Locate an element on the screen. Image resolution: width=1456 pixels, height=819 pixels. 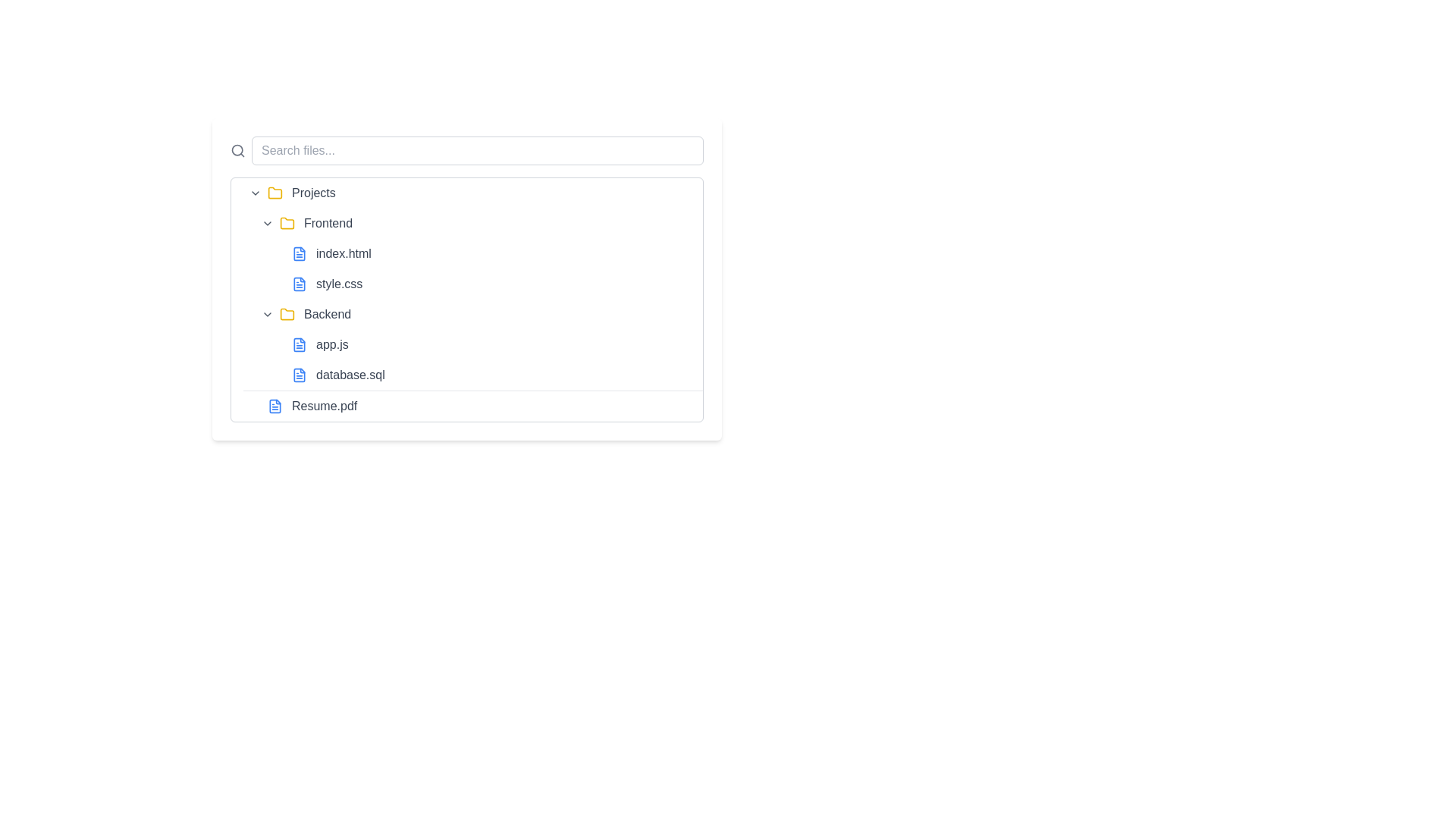
the yellow folder icon representing a folder in the file system, located to the left of the 'Backend' text in the Projects category is located at coordinates (287, 314).